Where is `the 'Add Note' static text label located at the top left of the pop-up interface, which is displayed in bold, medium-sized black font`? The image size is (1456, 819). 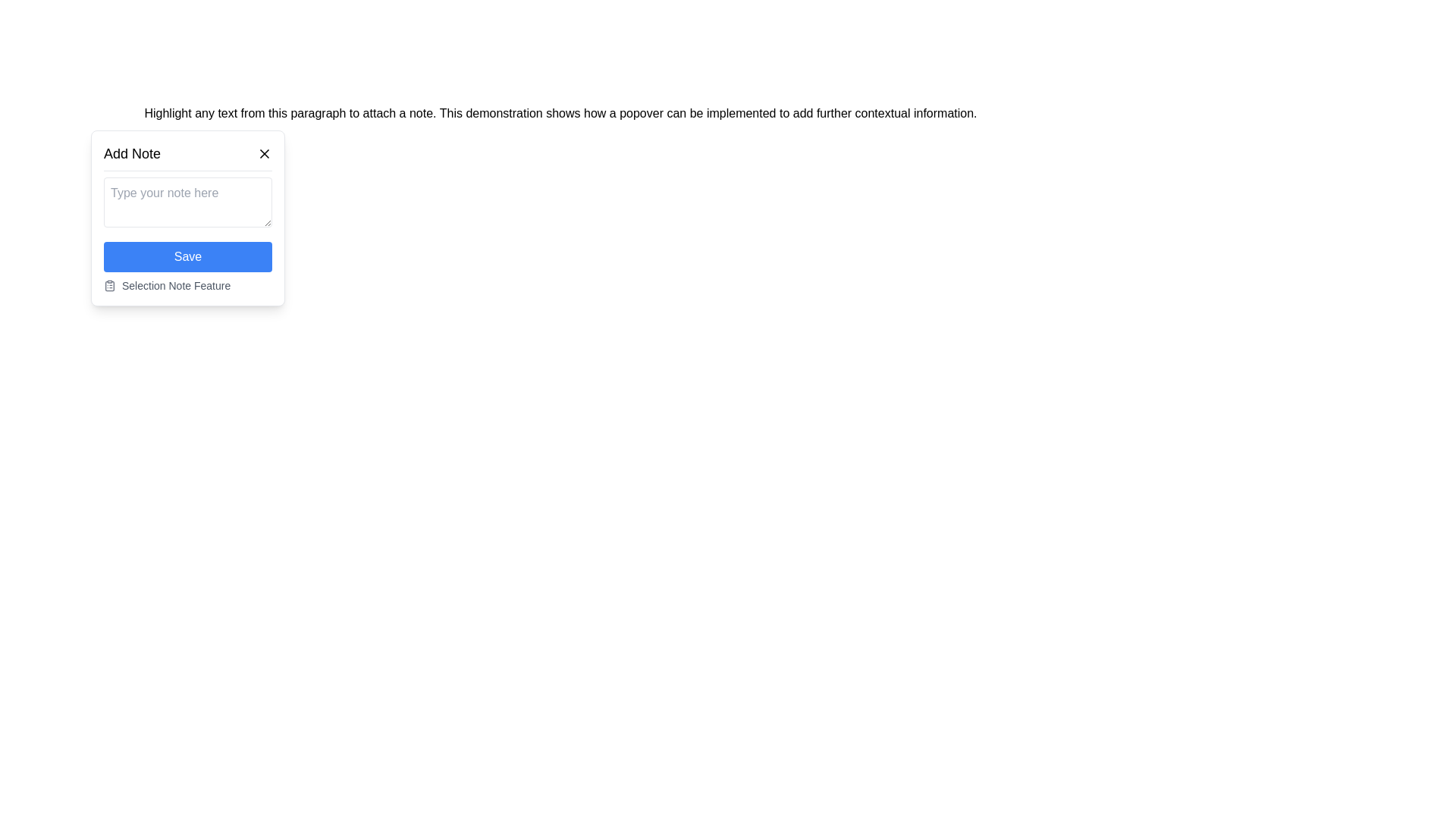 the 'Add Note' static text label located at the top left of the pop-up interface, which is displayed in bold, medium-sized black font is located at coordinates (132, 154).